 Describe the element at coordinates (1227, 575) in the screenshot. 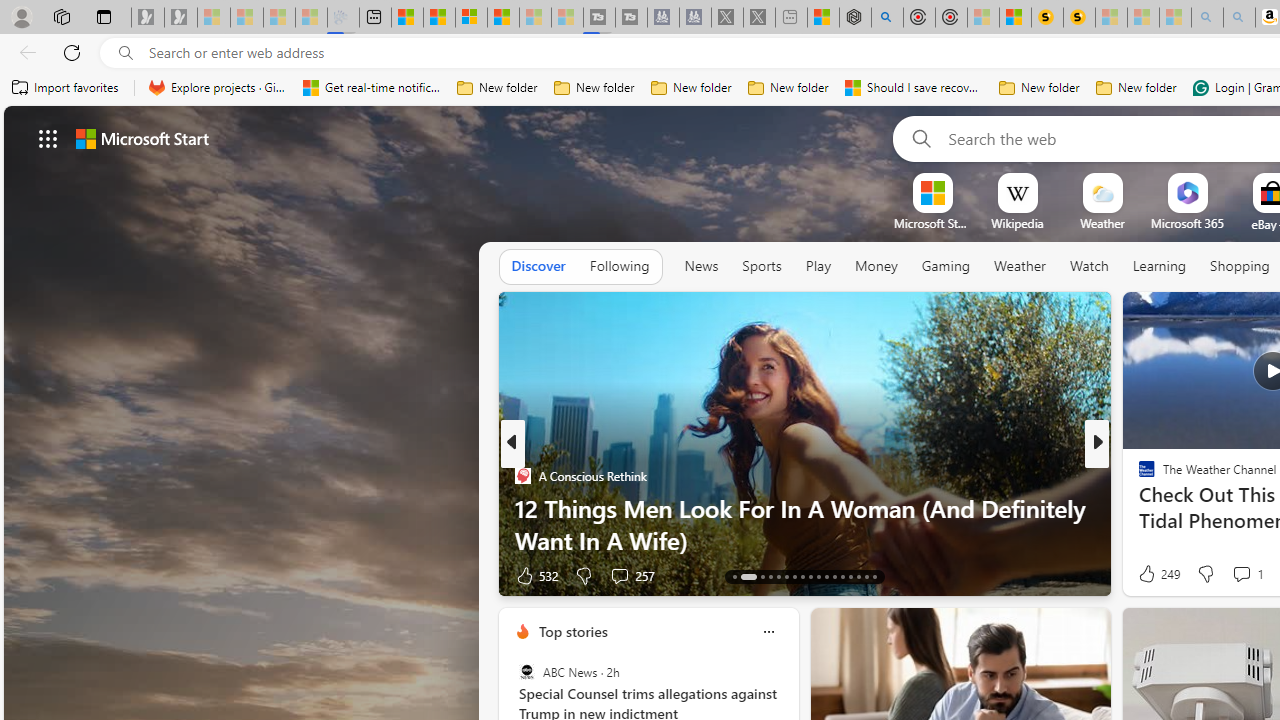

I see `'View comments 2 Comment'` at that location.